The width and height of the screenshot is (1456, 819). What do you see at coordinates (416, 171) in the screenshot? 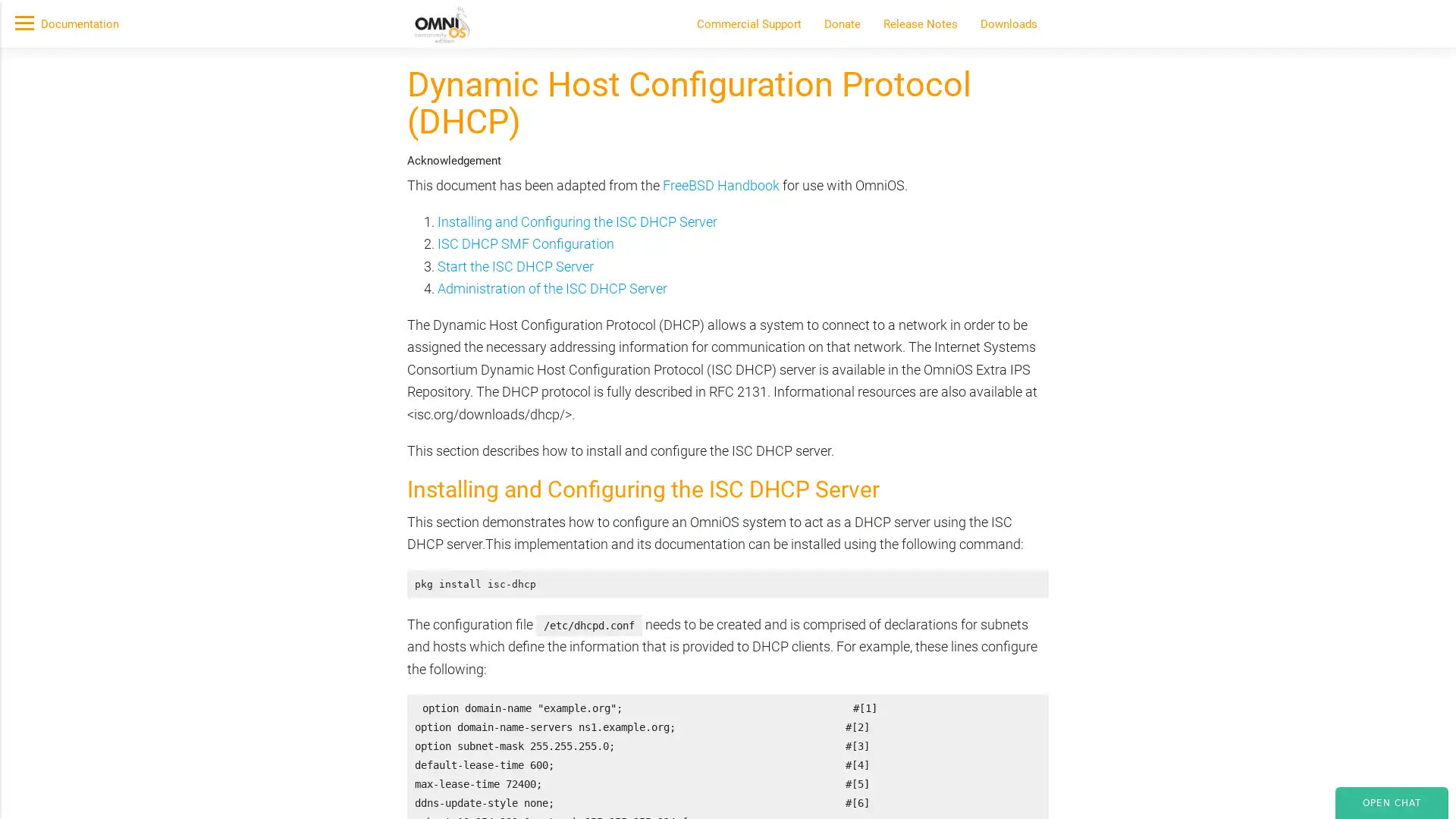
I see `SUBSCRIBE NOW!` at bounding box center [416, 171].